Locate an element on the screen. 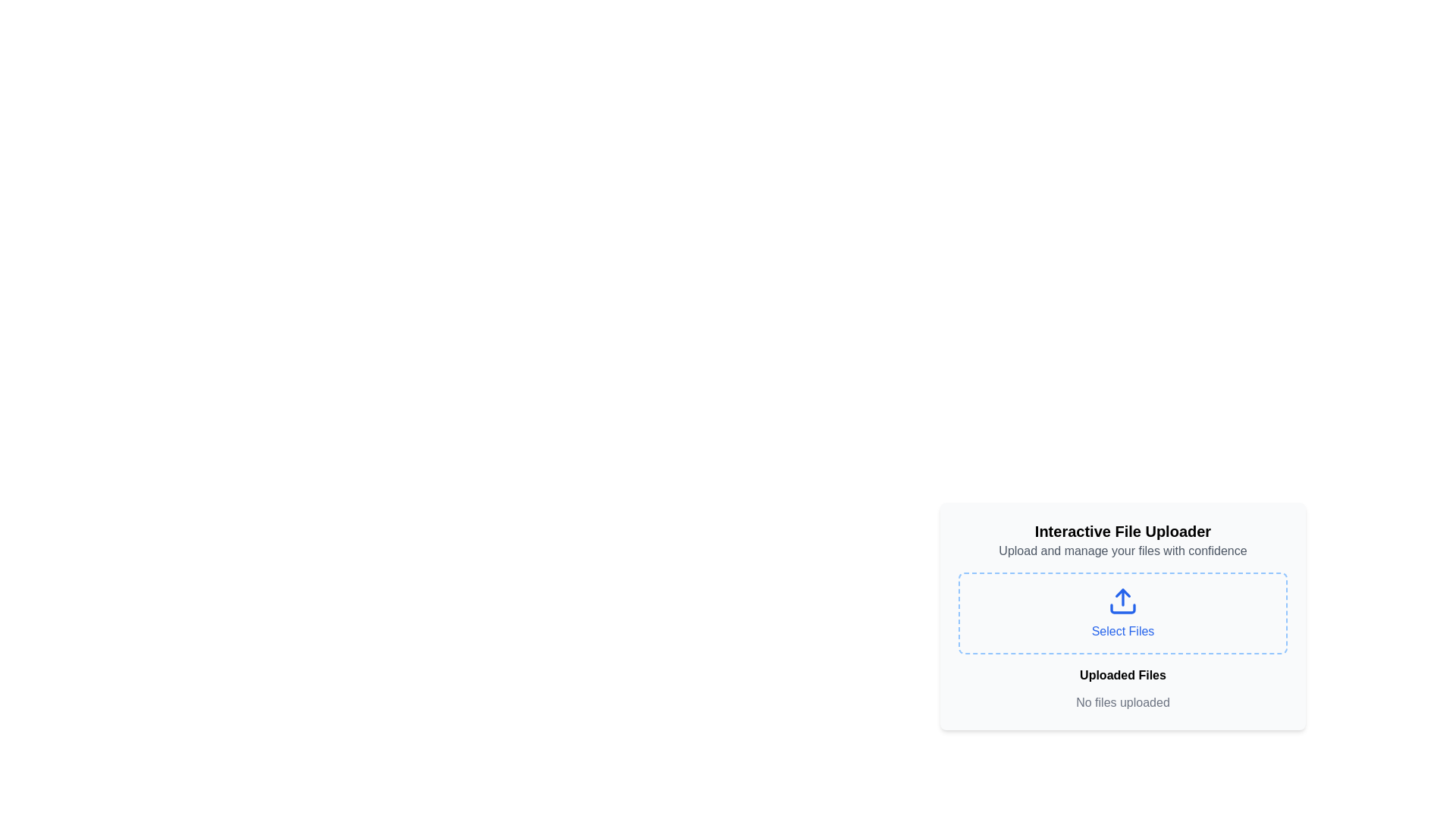 This screenshot has width=1456, height=819. the clickable text link labeled 'Select Files' with an adjacent upload icon by navigating is located at coordinates (1123, 610).